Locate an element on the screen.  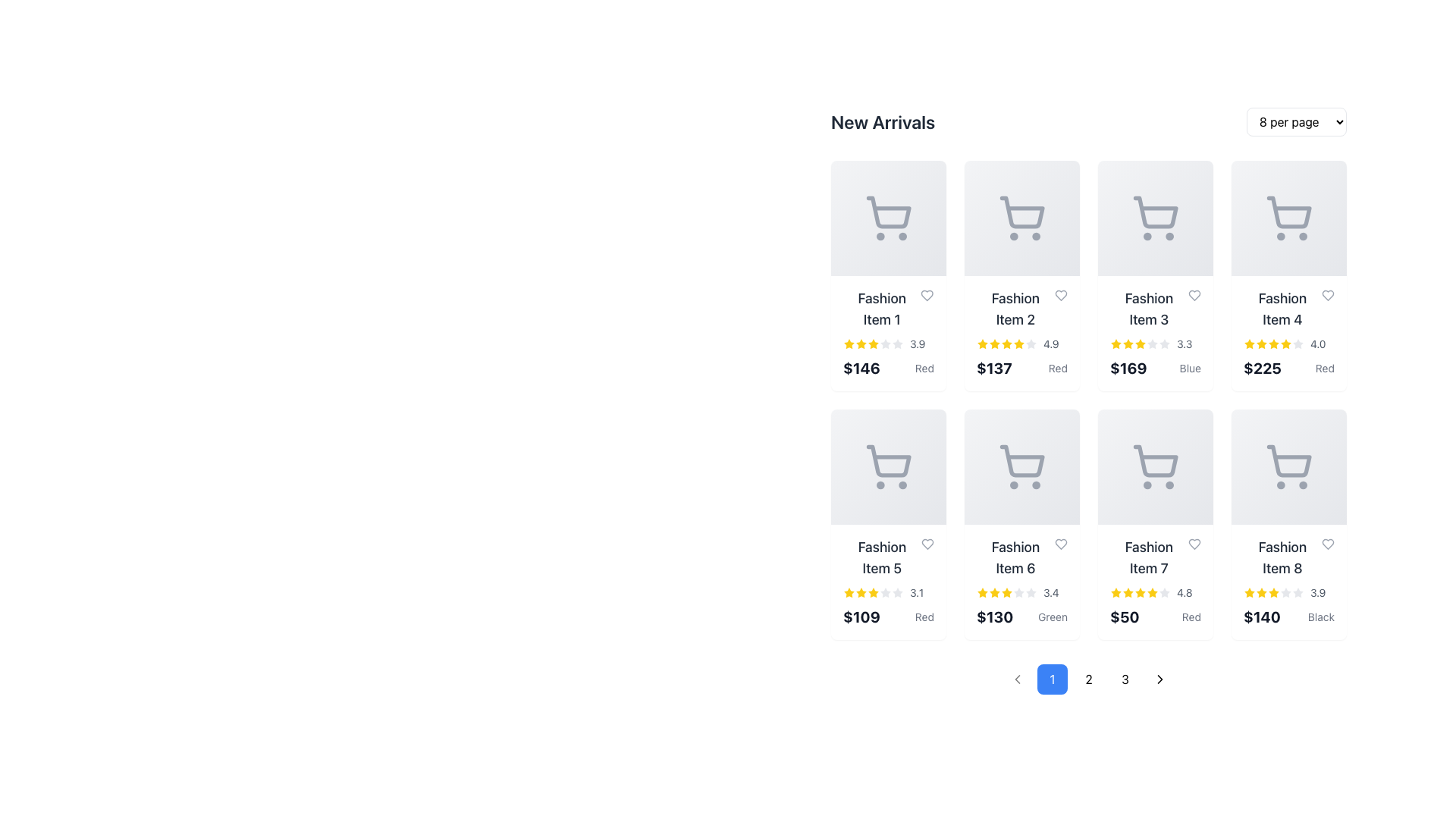
the yellow star icon representing the rating for 'Fashion Item 3' is located at coordinates (1128, 344).